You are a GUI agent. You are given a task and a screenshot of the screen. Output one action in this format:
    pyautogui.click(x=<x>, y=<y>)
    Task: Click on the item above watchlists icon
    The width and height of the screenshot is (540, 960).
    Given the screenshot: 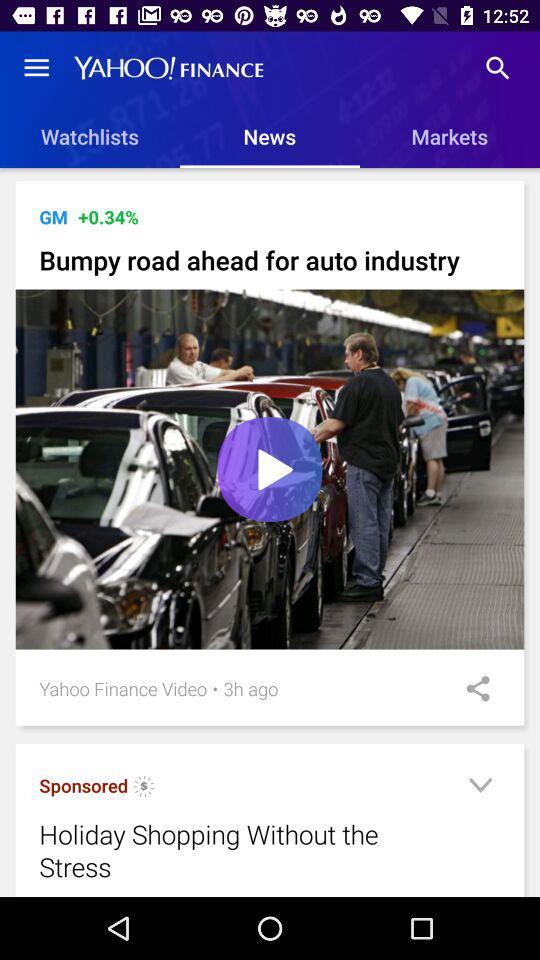 What is the action you would take?
    pyautogui.click(x=36, y=68)
    